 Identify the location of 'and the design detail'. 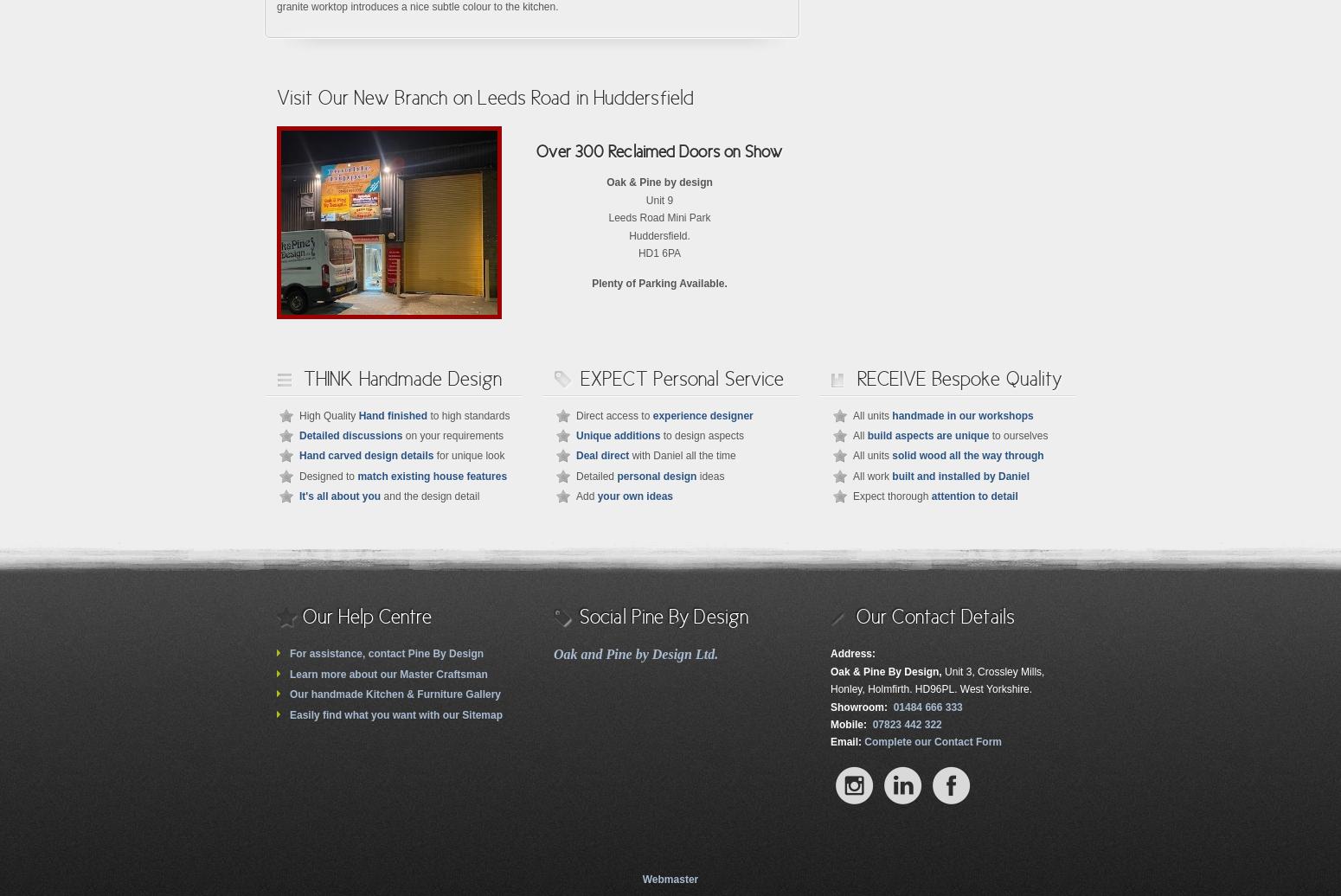
(428, 496).